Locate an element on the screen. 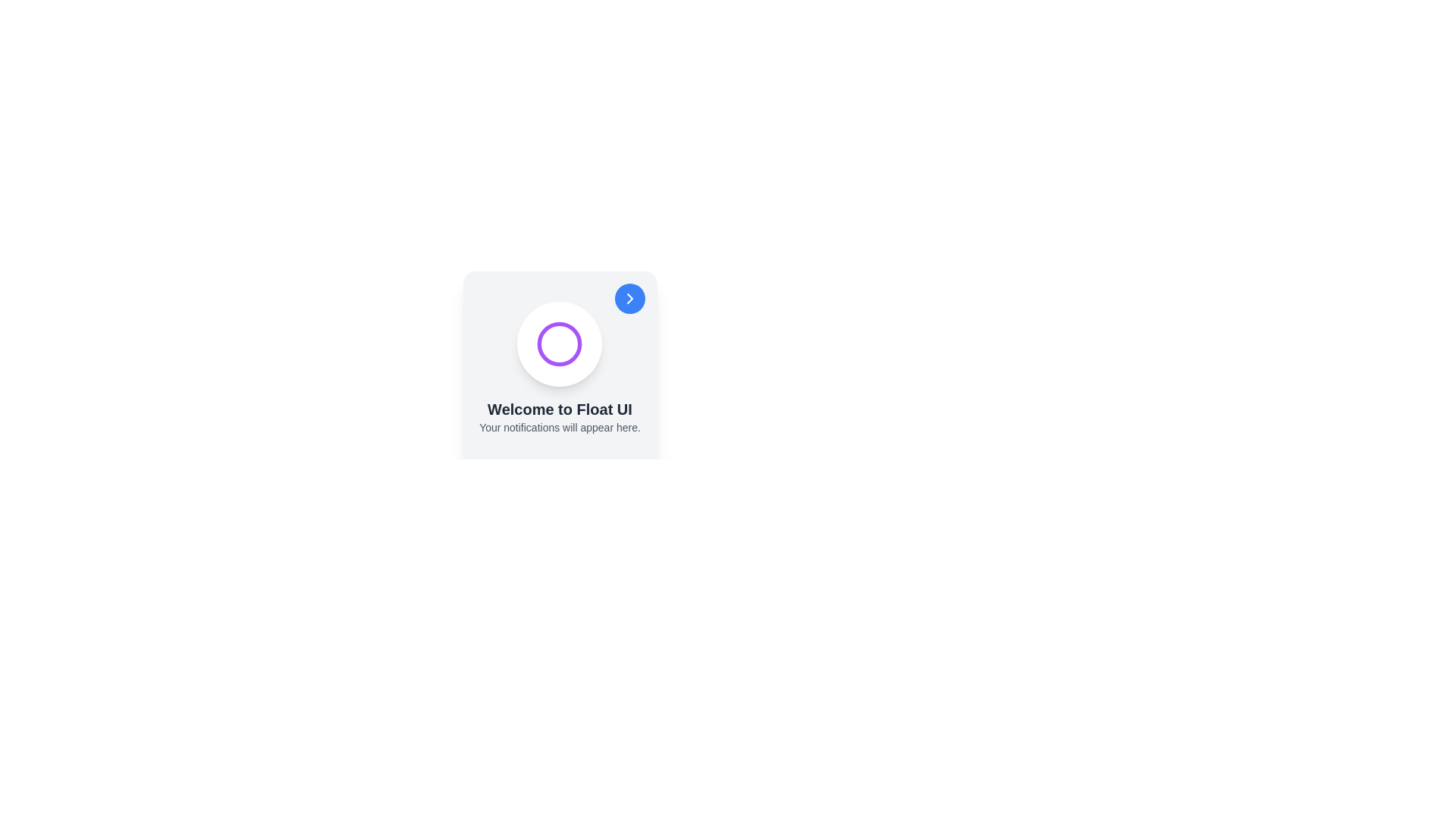 Image resolution: width=1456 pixels, height=819 pixels. the small right-pointing chevron icon with a white stroke and blue background located in the top-right corner of a card is located at coordinates (629, 298).